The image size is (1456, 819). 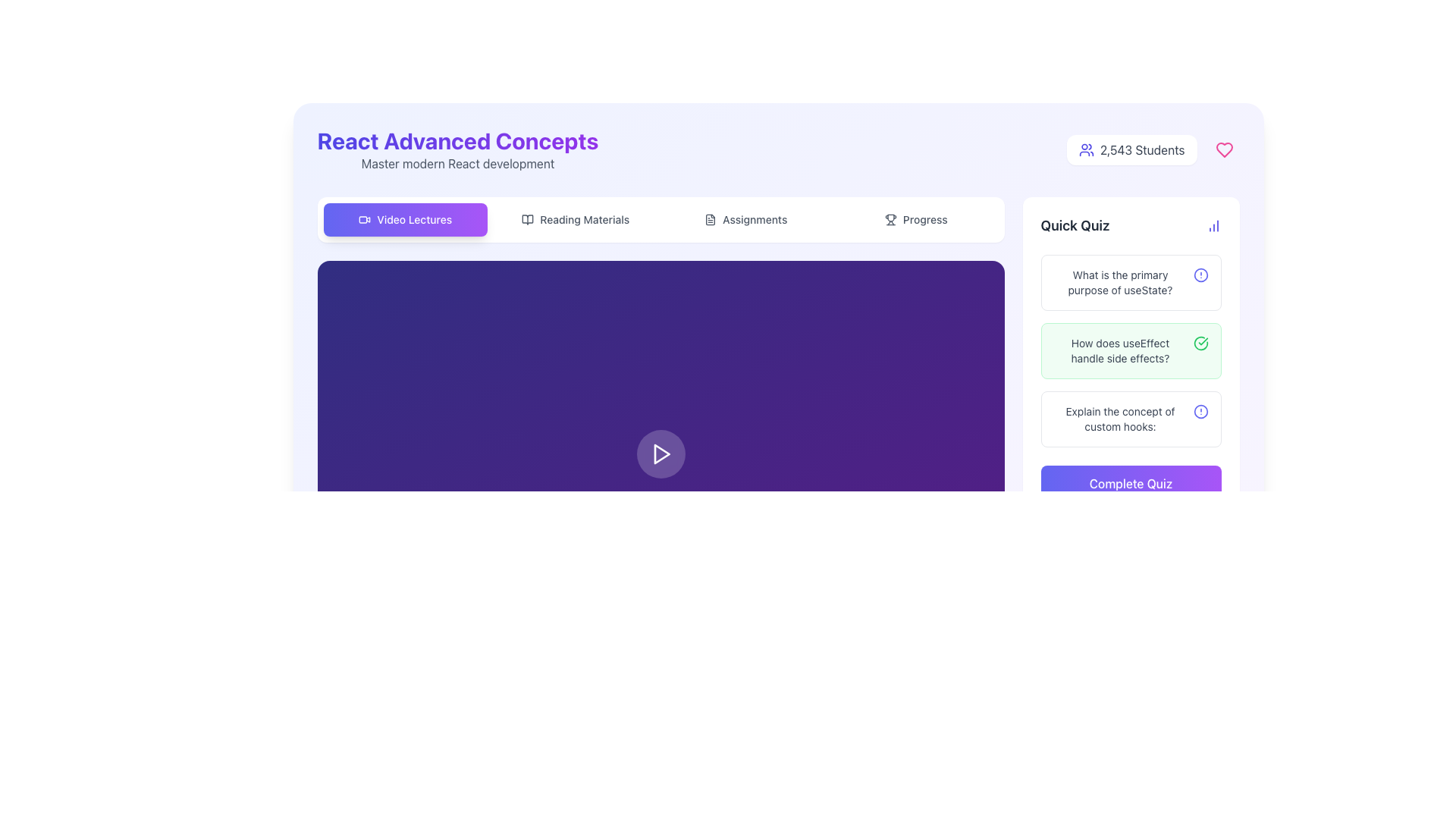 I want to click on the circular icon in the 'Quick Quiz' sidebar, which is styled in indigo and associated with the text 'Explain the concept of custom hooks.', so click(x=1200, y=412).